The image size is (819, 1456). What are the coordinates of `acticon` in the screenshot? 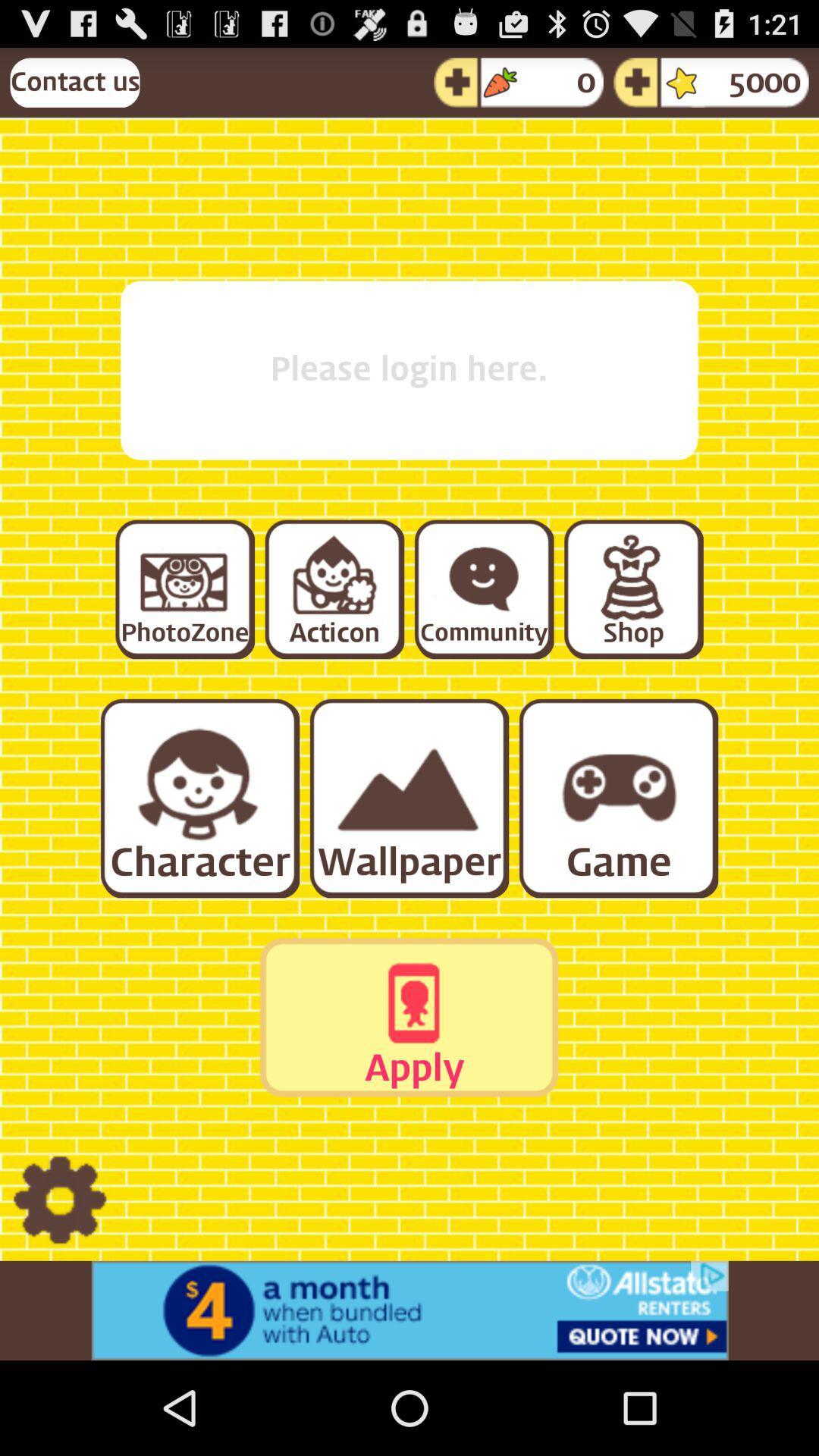 It's located at (333, 588).